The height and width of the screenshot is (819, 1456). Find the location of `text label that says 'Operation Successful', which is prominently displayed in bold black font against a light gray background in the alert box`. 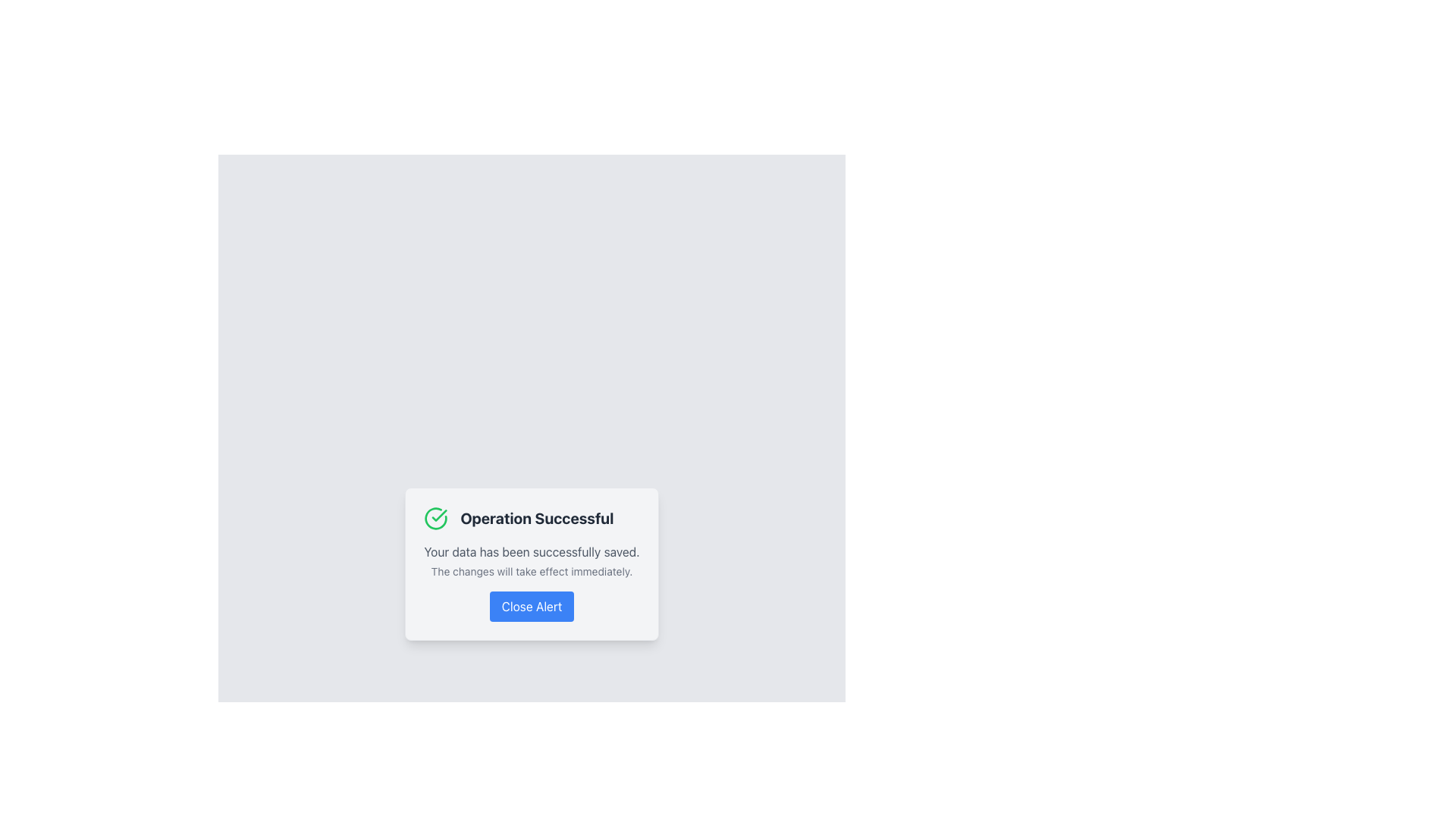

text label that says 'Operation Successful', which is prominently displayed in bold black font against a light gray background in the alert box is located at coordinates (537, 517).